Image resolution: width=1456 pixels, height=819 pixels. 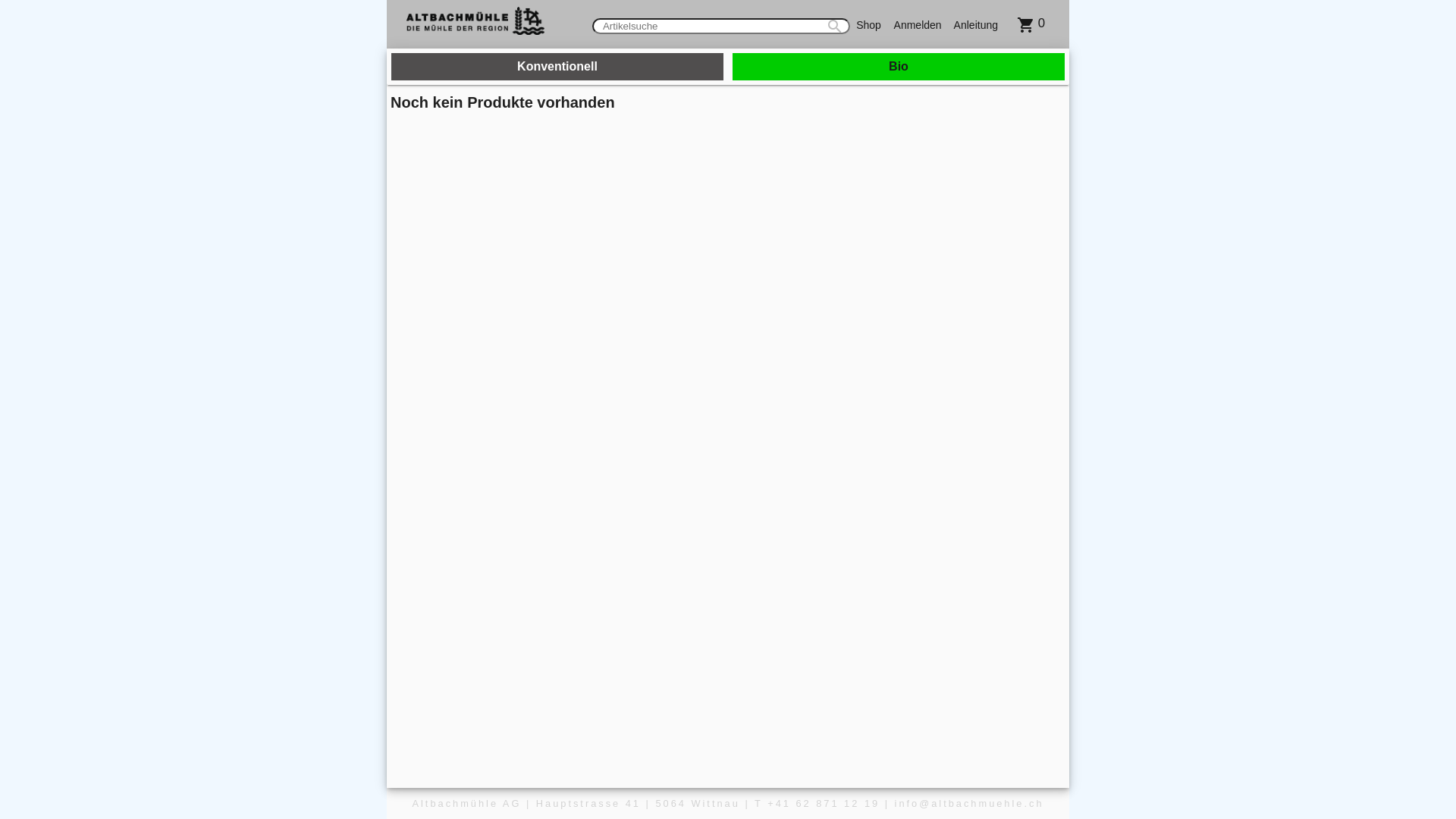 What do you see at coordinates (1004, 23) in the screenshot?
I see `'shopping_cart` at bounding box center [1004, 23].